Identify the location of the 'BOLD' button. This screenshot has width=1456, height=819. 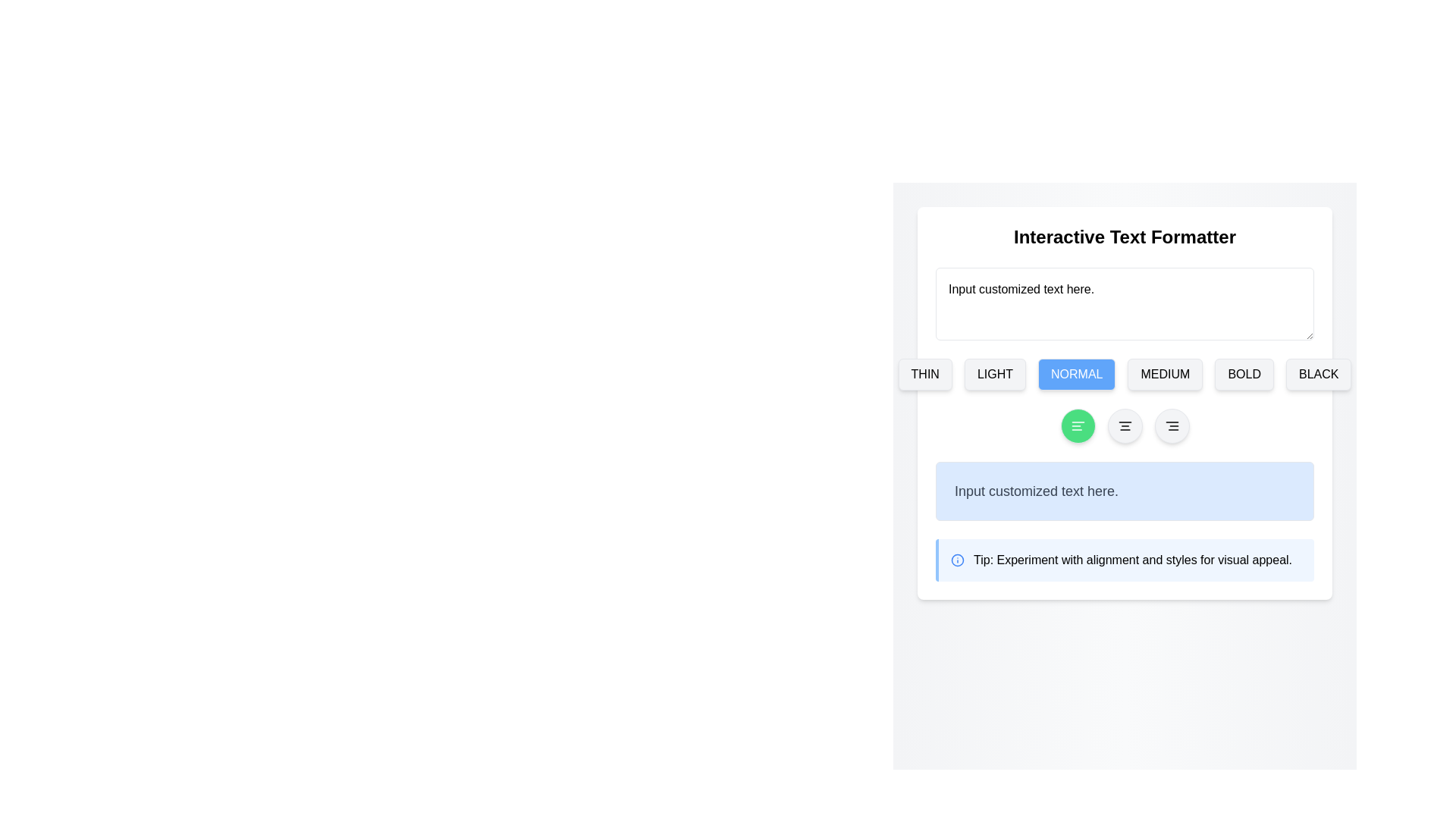
(1244, 374).